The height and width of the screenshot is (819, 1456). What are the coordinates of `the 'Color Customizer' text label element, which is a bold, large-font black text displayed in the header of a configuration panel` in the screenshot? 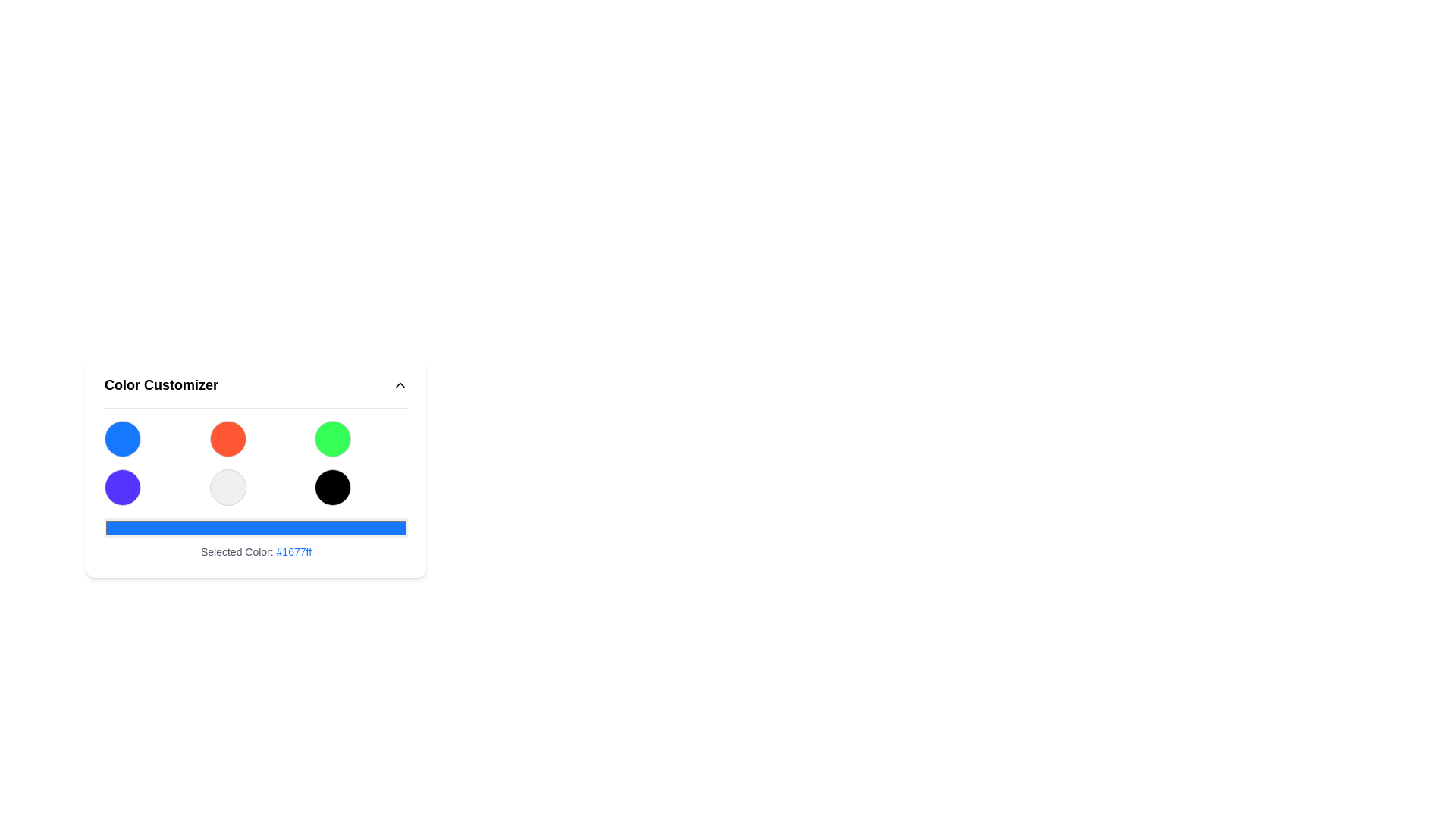 It's located at (161, 384).